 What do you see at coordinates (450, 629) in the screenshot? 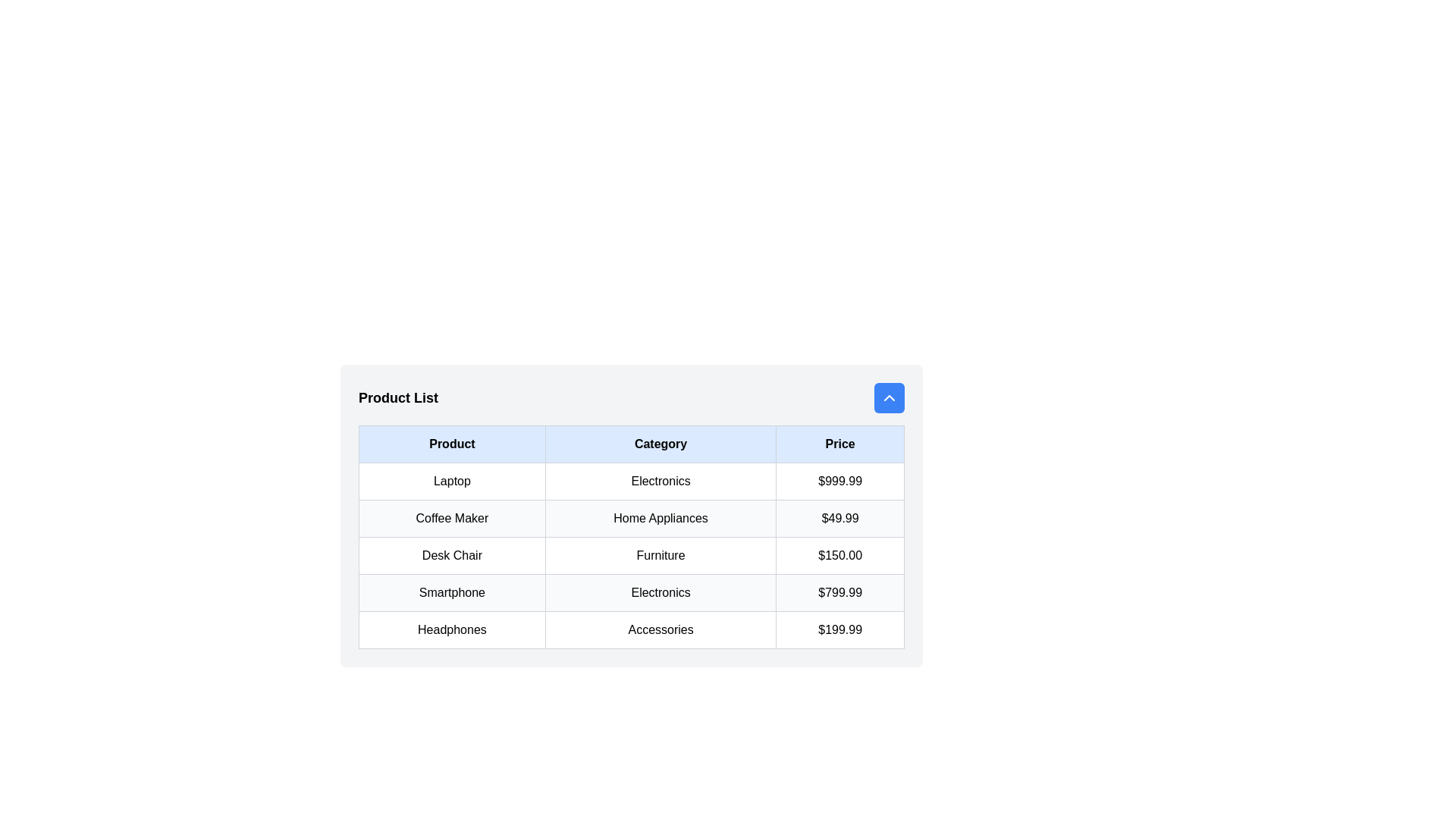
I see `the 'Headphones' text label` at bounding box center [450, 629].